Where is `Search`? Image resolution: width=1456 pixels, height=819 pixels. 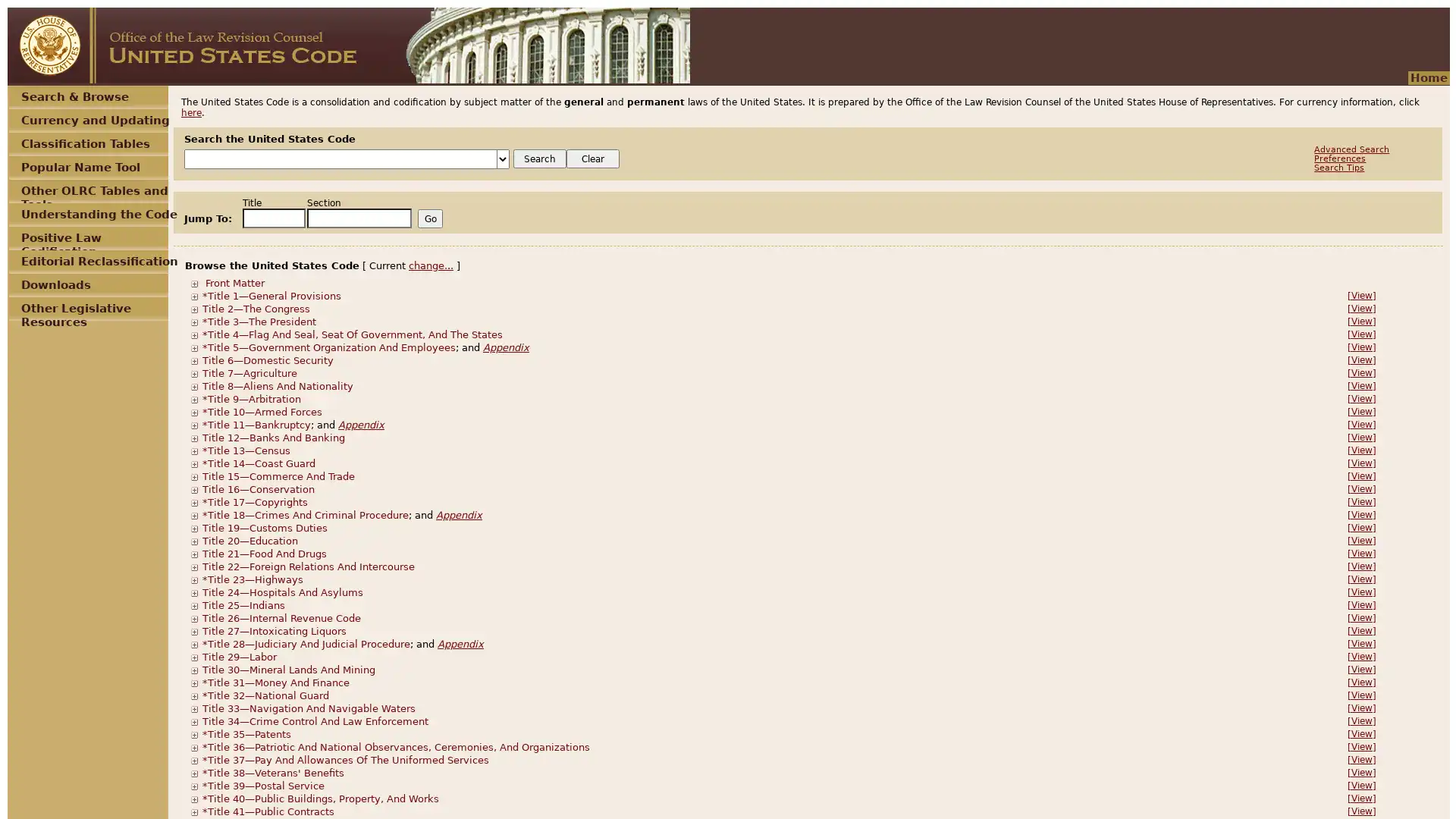 Search is located at coordinates (539, 158).